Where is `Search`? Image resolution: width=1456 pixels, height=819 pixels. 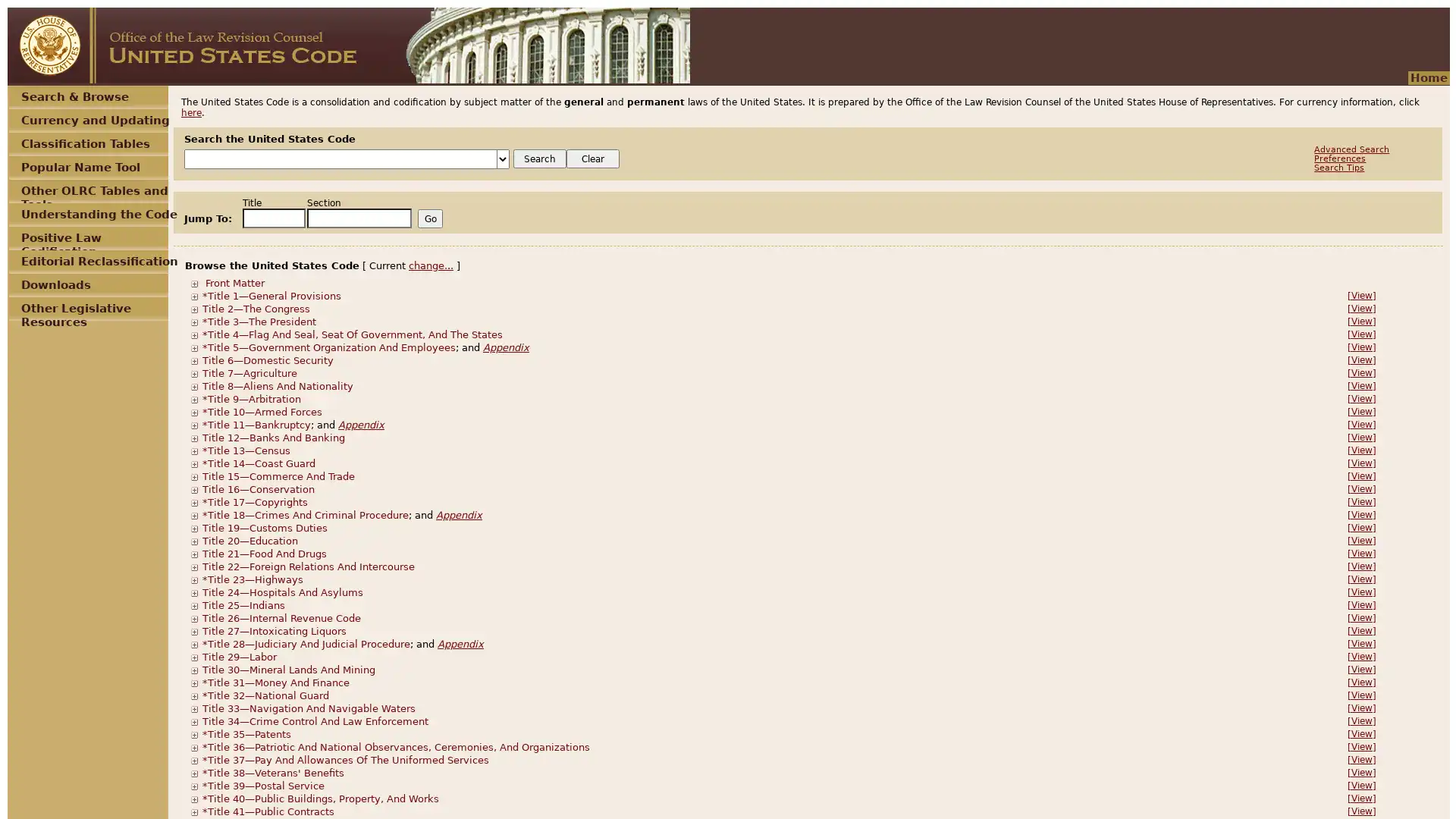 Search is located at coordinates (539, 158).